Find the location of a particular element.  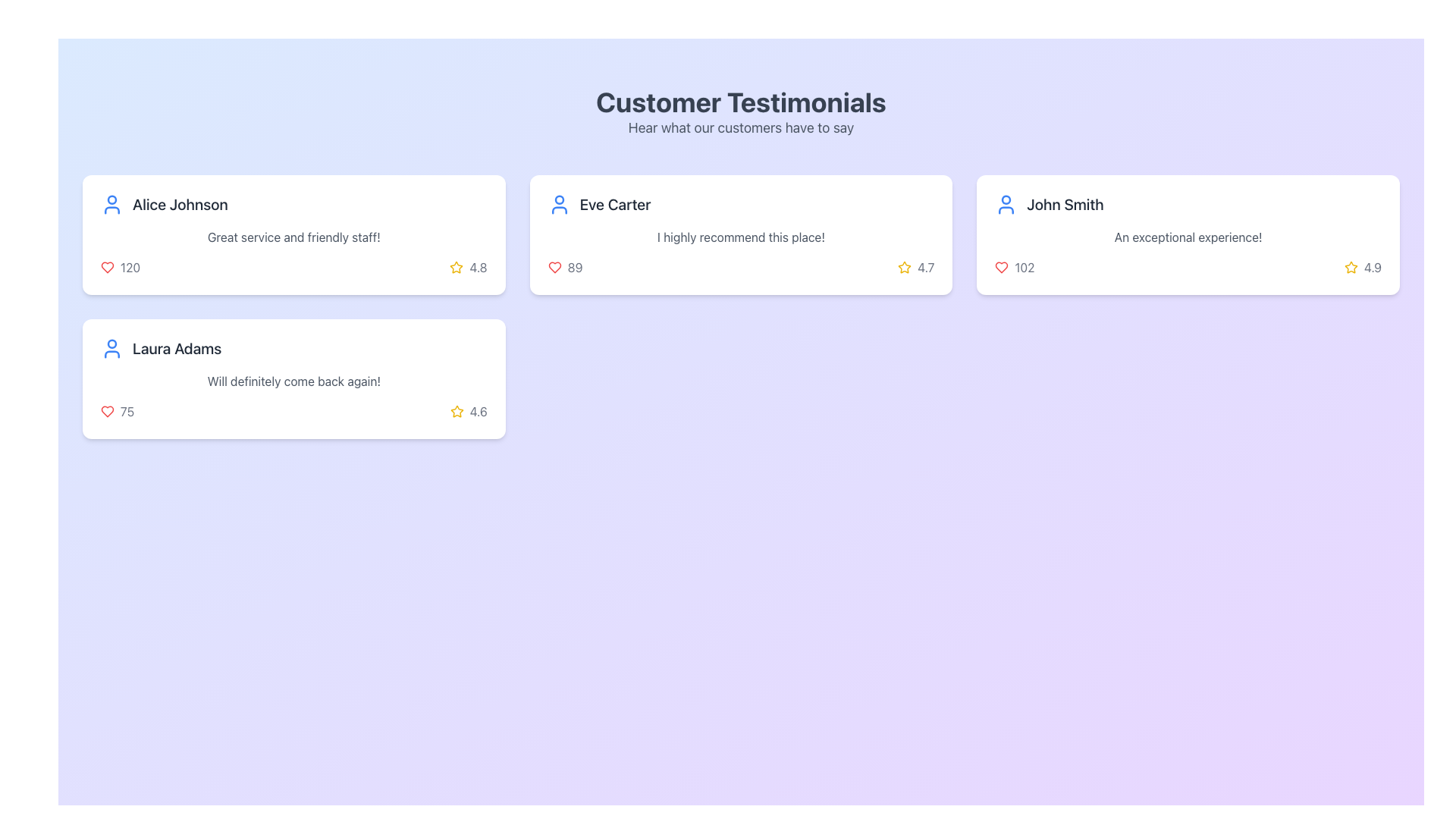

the user name text label displayed in the testimonial card is located at coordinates (177, 348).